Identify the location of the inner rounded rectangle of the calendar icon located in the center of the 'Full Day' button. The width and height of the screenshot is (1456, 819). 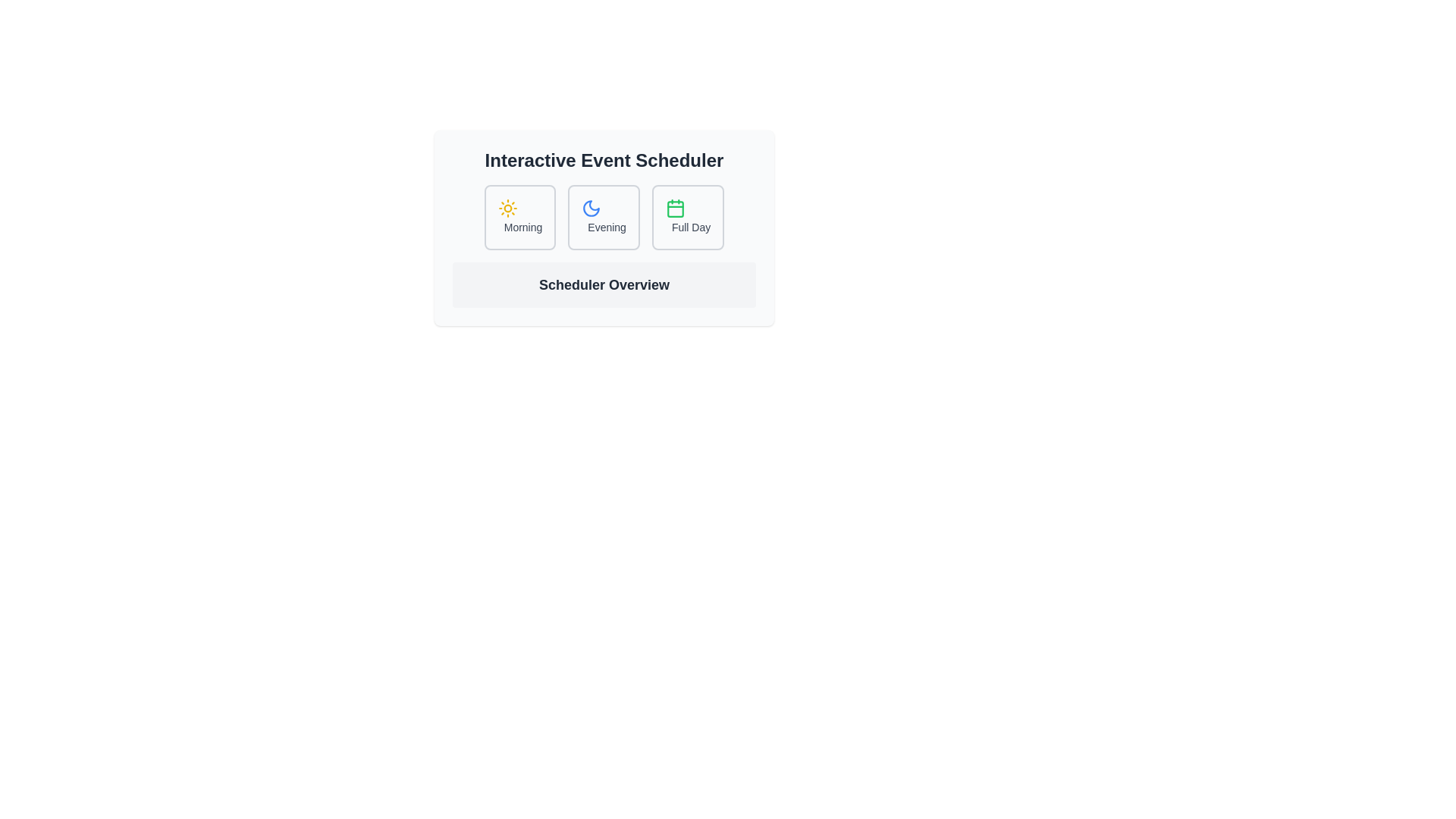
(674, 209).